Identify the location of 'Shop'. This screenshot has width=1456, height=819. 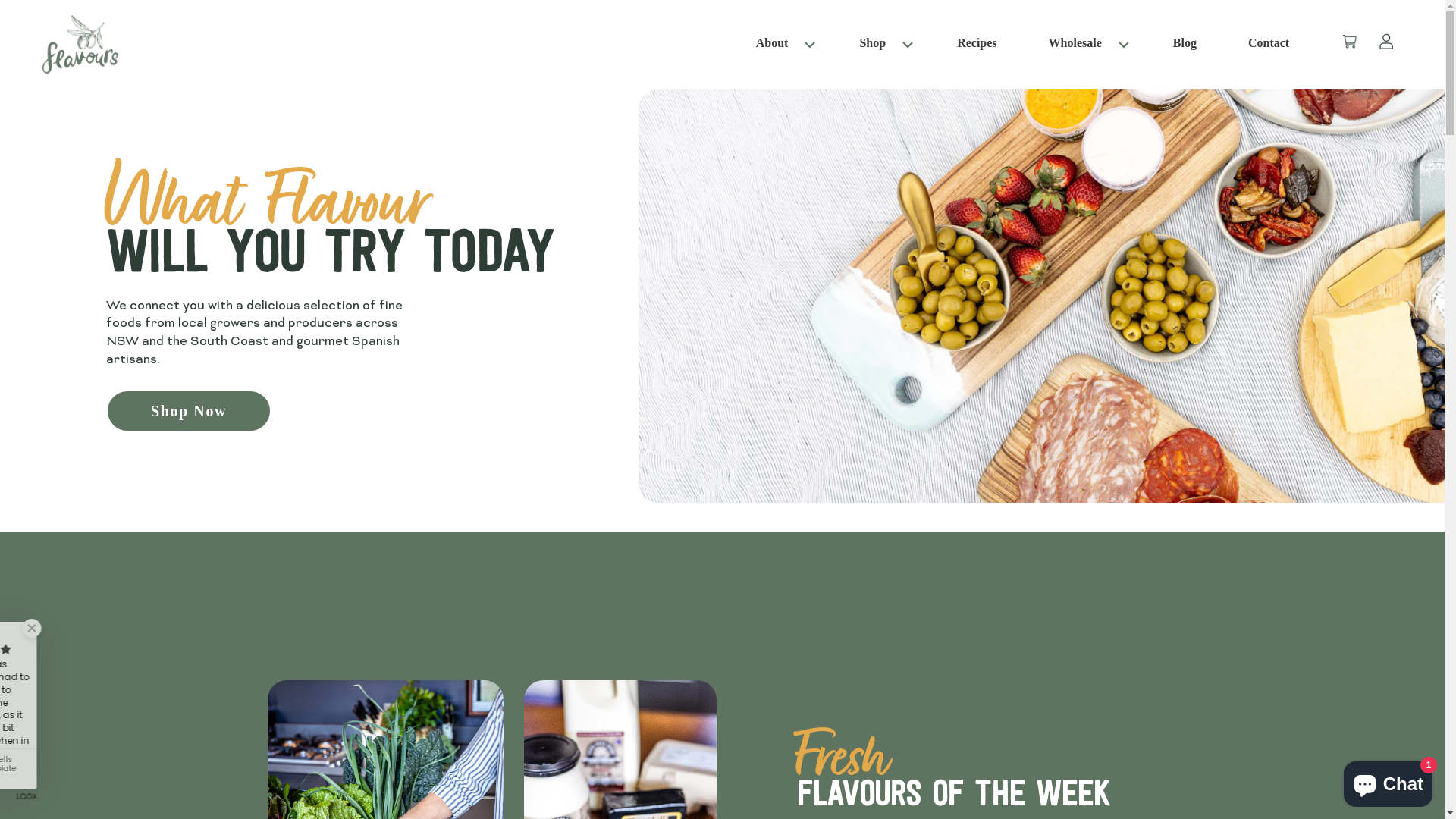
(882, 43).